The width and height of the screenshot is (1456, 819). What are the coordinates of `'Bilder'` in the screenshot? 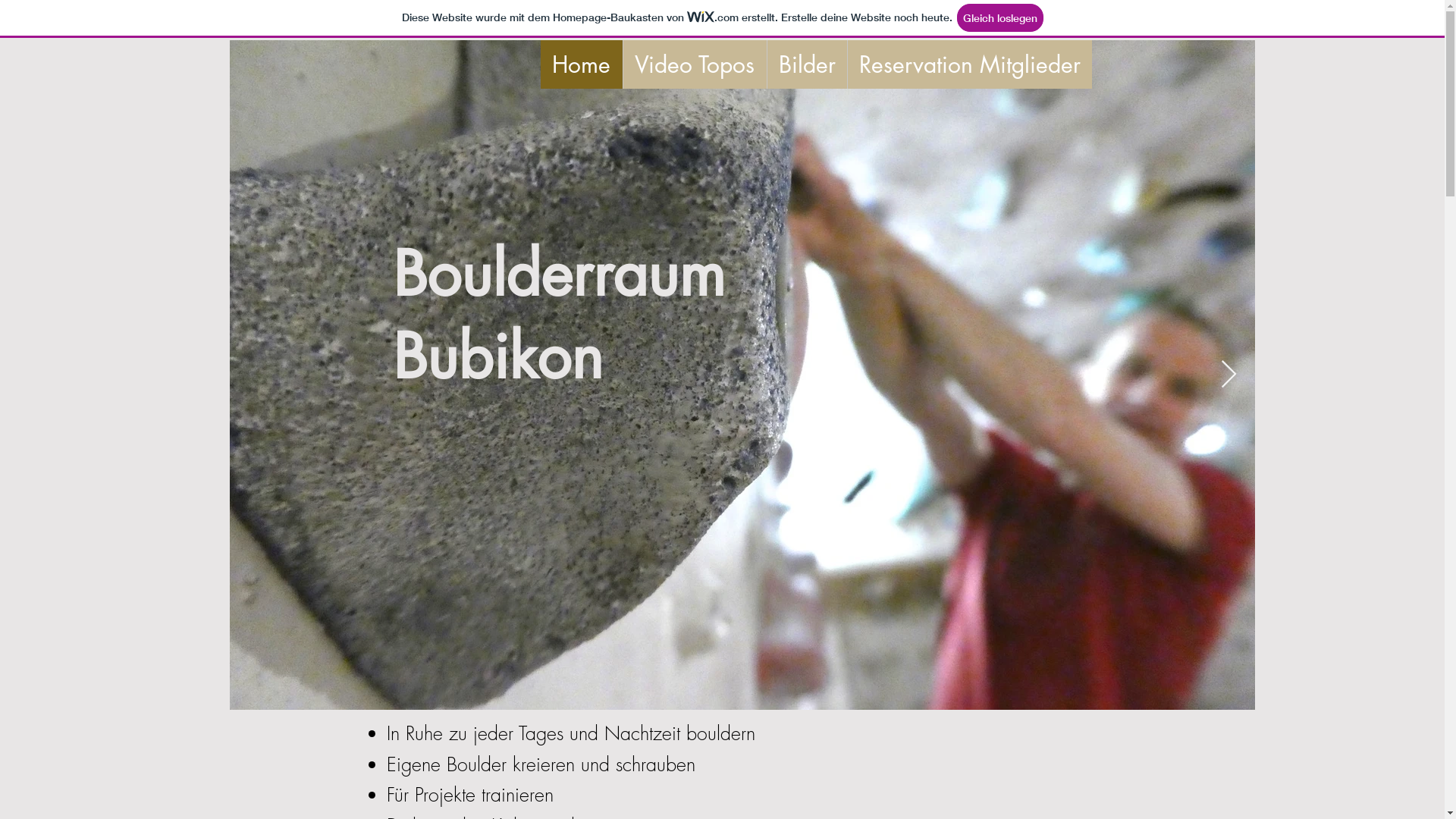 It's located at (805, 63).